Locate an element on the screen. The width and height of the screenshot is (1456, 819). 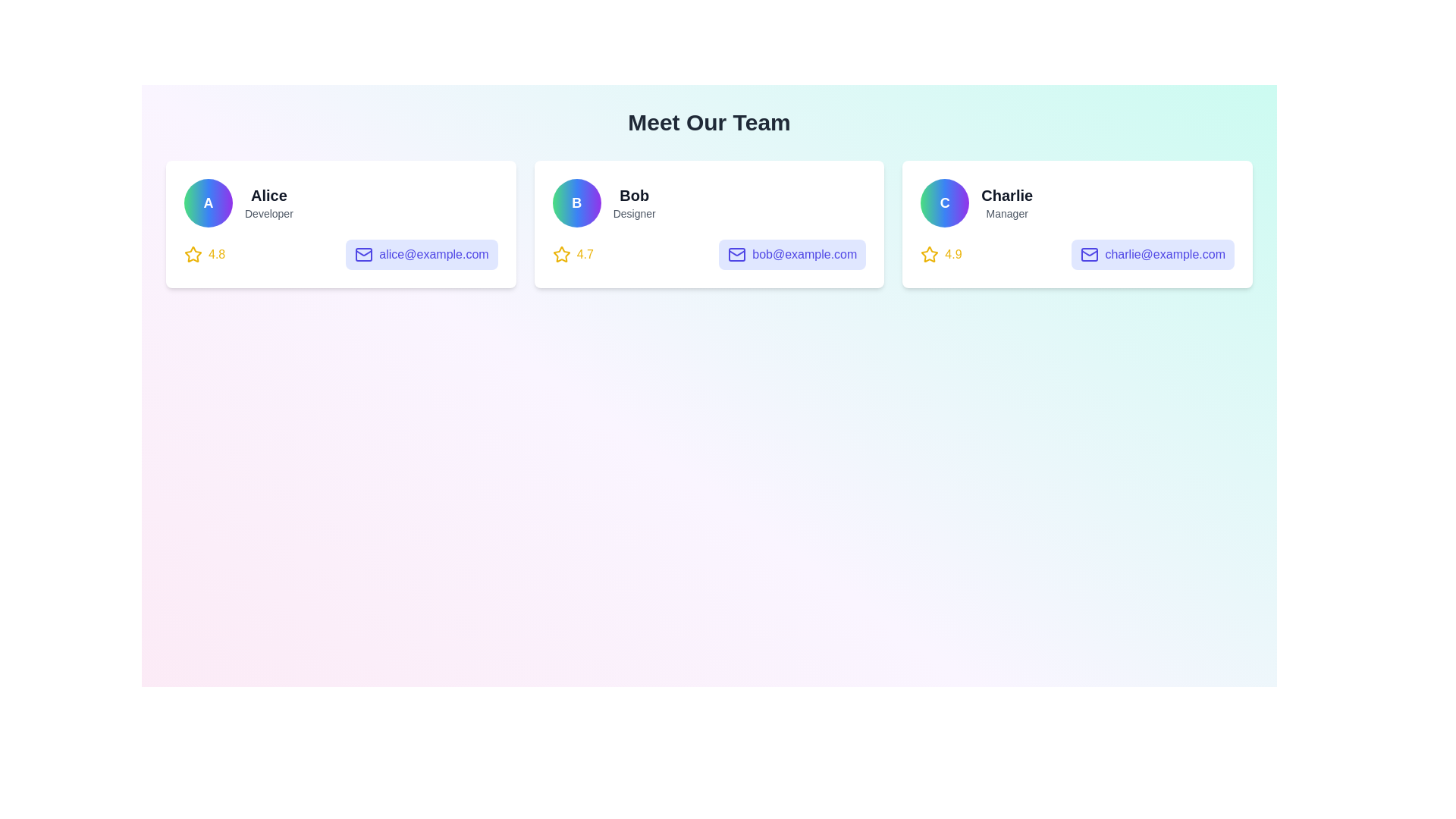
the email address link for Charlie located in the 'Contact Information' section of the card in the 'Meet Our Team' layout is located at coordinates (1164, 253).